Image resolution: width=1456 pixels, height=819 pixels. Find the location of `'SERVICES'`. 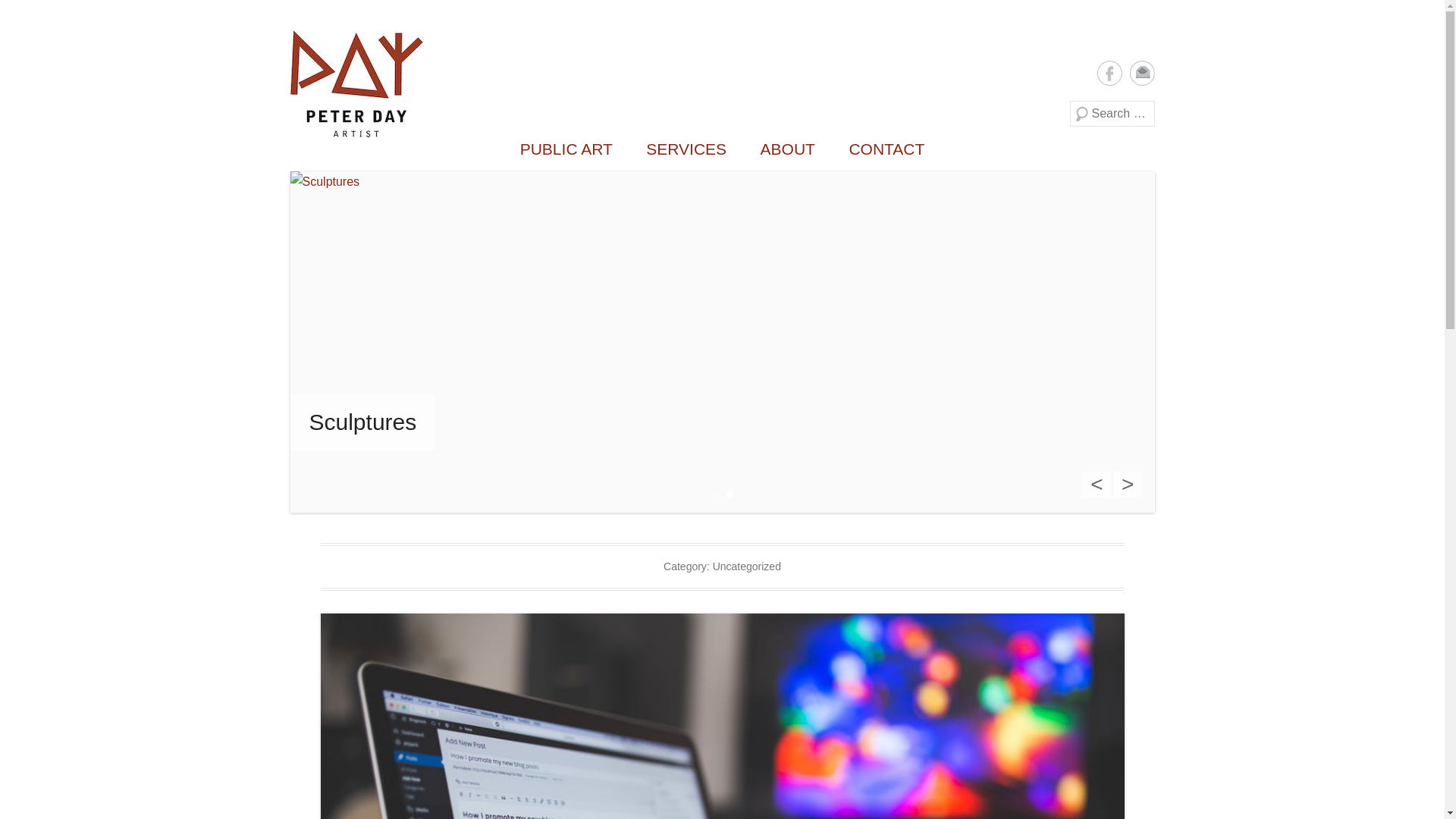

'SERVICES' is located at coordinates (630, 149).